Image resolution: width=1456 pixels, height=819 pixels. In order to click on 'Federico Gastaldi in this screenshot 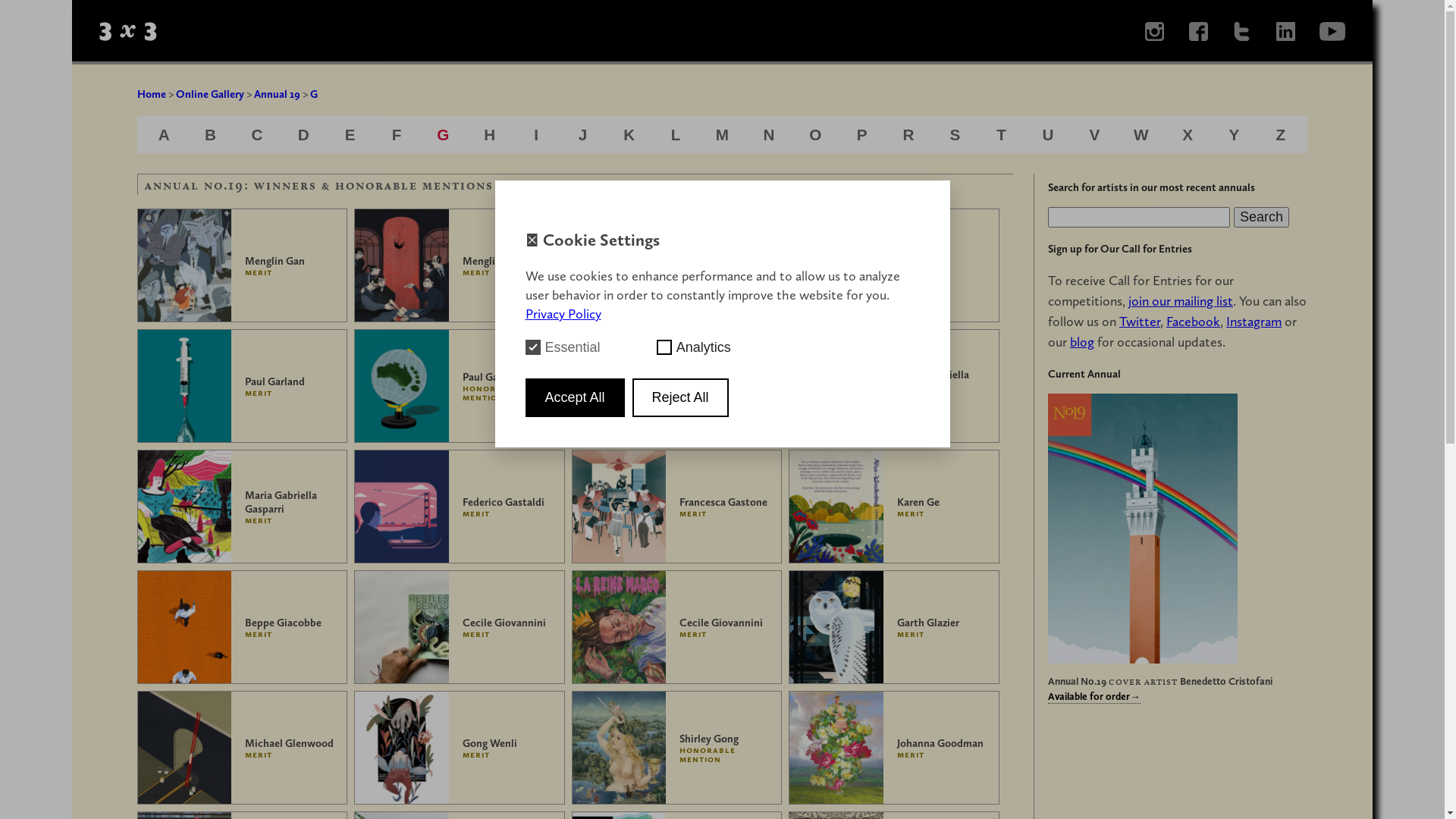, I will do `click(458, 506)`.